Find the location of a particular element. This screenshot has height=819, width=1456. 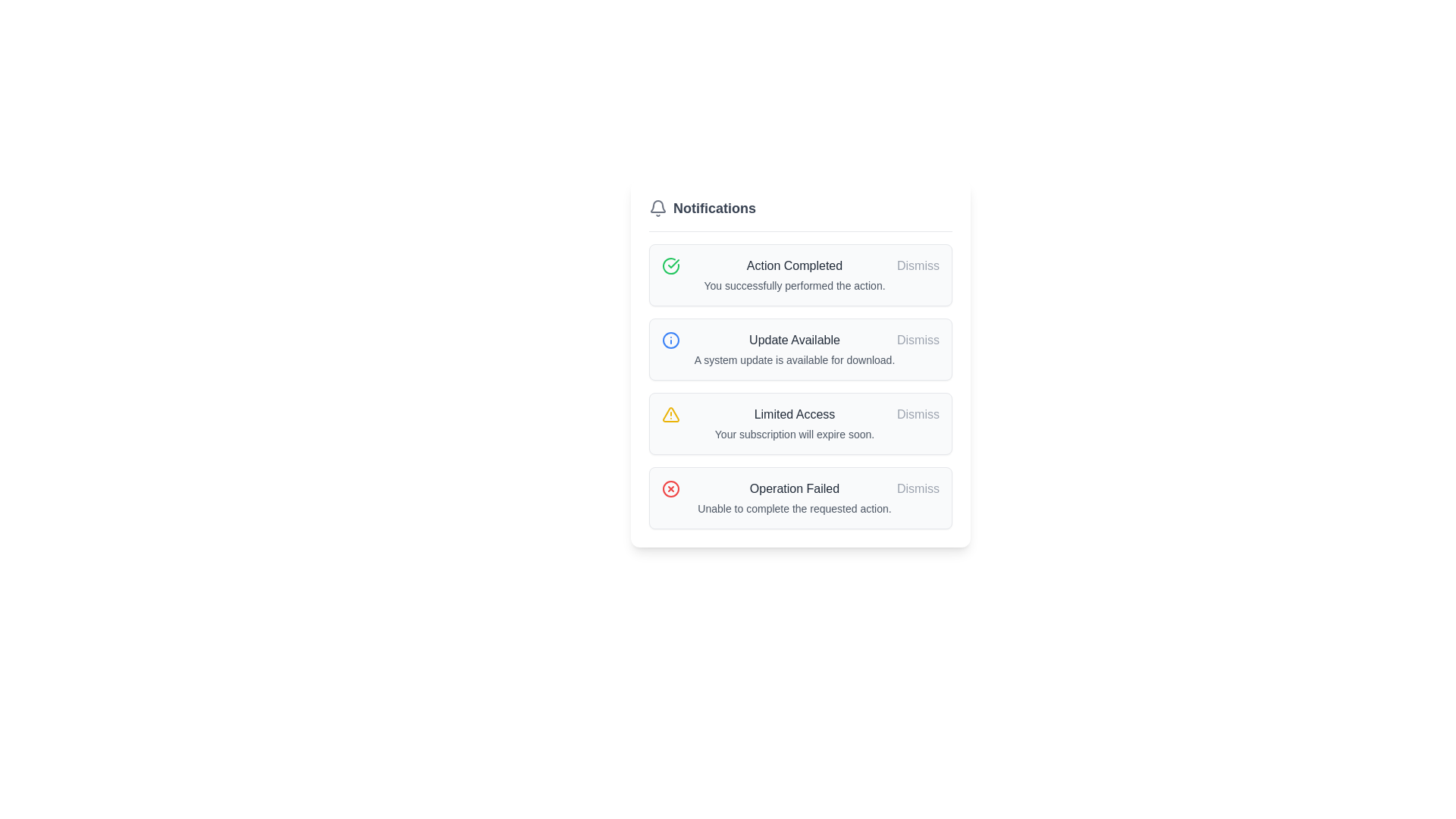

the static text label displaying 'Operation Failed' in bold dark gray font, positioned near the center of the notification card's upper section is located at coordinates (793, 488).